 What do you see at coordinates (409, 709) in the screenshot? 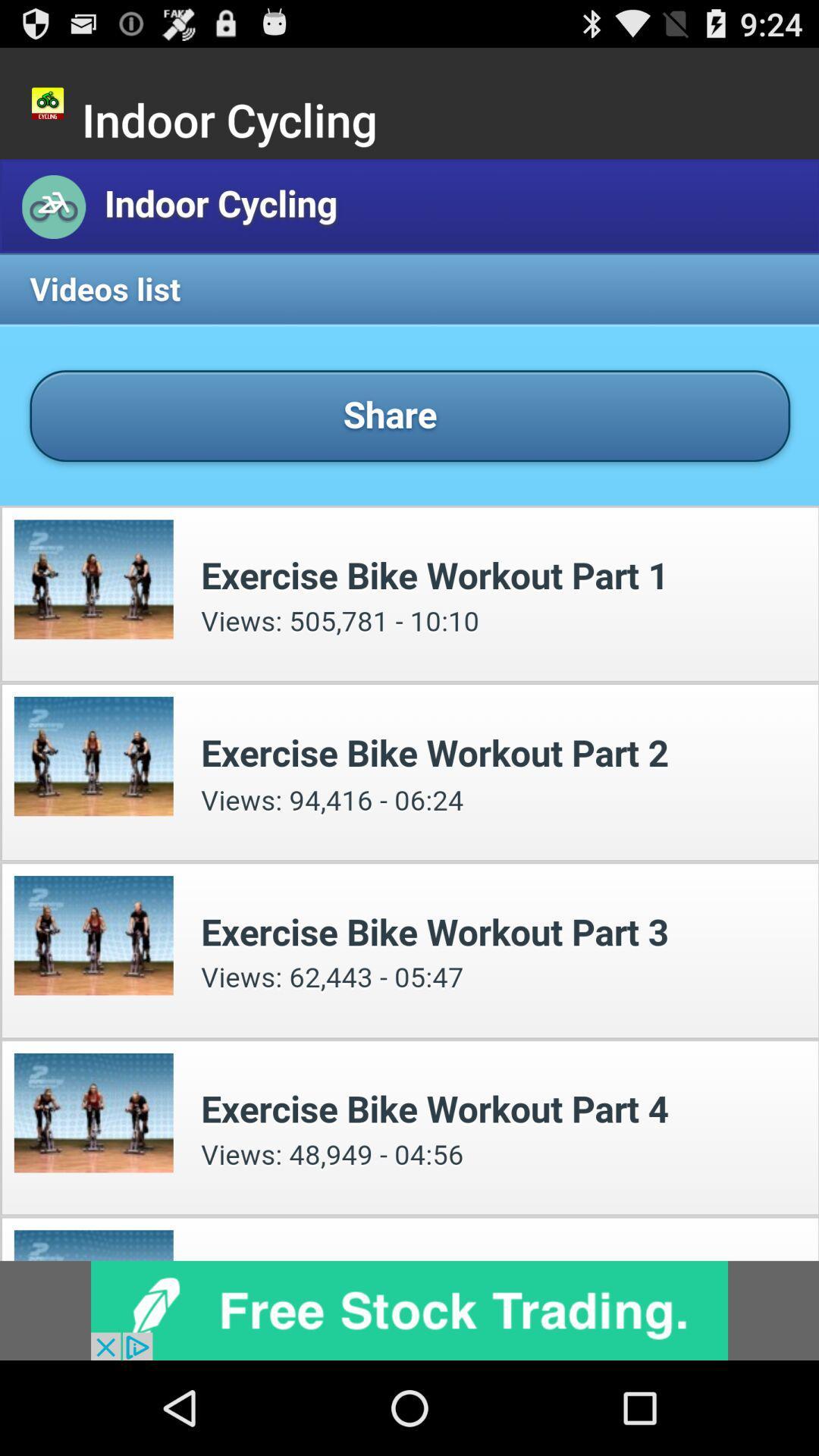
I see `bike workout instruction` at bounding box center [409, 709].